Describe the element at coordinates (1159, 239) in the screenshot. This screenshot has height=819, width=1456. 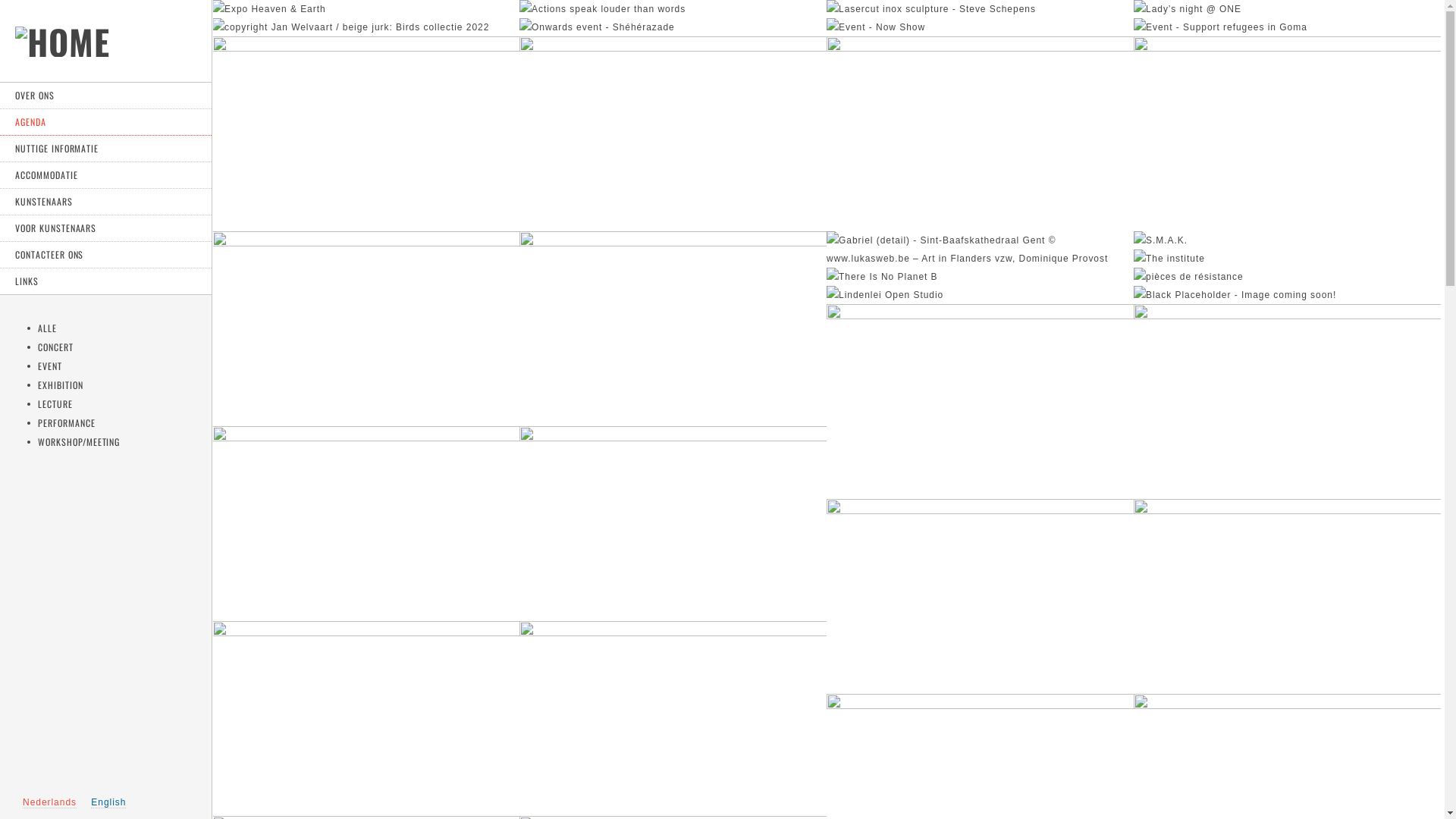
I see `'S.M.A.K.'` at that location.